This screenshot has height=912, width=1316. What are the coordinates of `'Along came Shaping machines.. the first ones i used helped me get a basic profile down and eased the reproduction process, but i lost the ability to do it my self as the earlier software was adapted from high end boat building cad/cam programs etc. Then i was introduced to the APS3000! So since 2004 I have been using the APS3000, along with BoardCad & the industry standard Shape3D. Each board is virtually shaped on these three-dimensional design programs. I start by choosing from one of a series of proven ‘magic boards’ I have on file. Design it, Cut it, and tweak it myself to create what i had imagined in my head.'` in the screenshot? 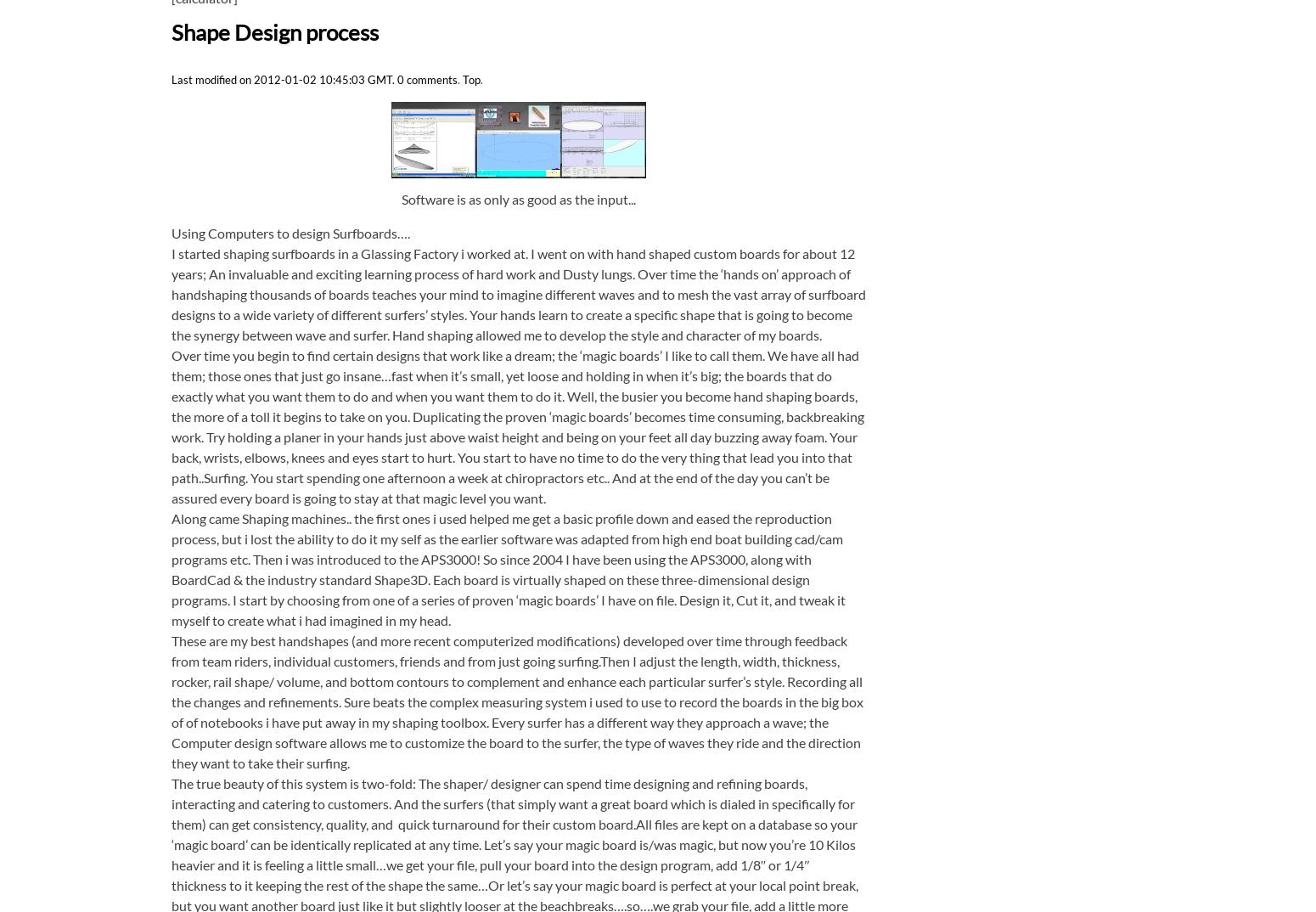 It's located at (507, 567).